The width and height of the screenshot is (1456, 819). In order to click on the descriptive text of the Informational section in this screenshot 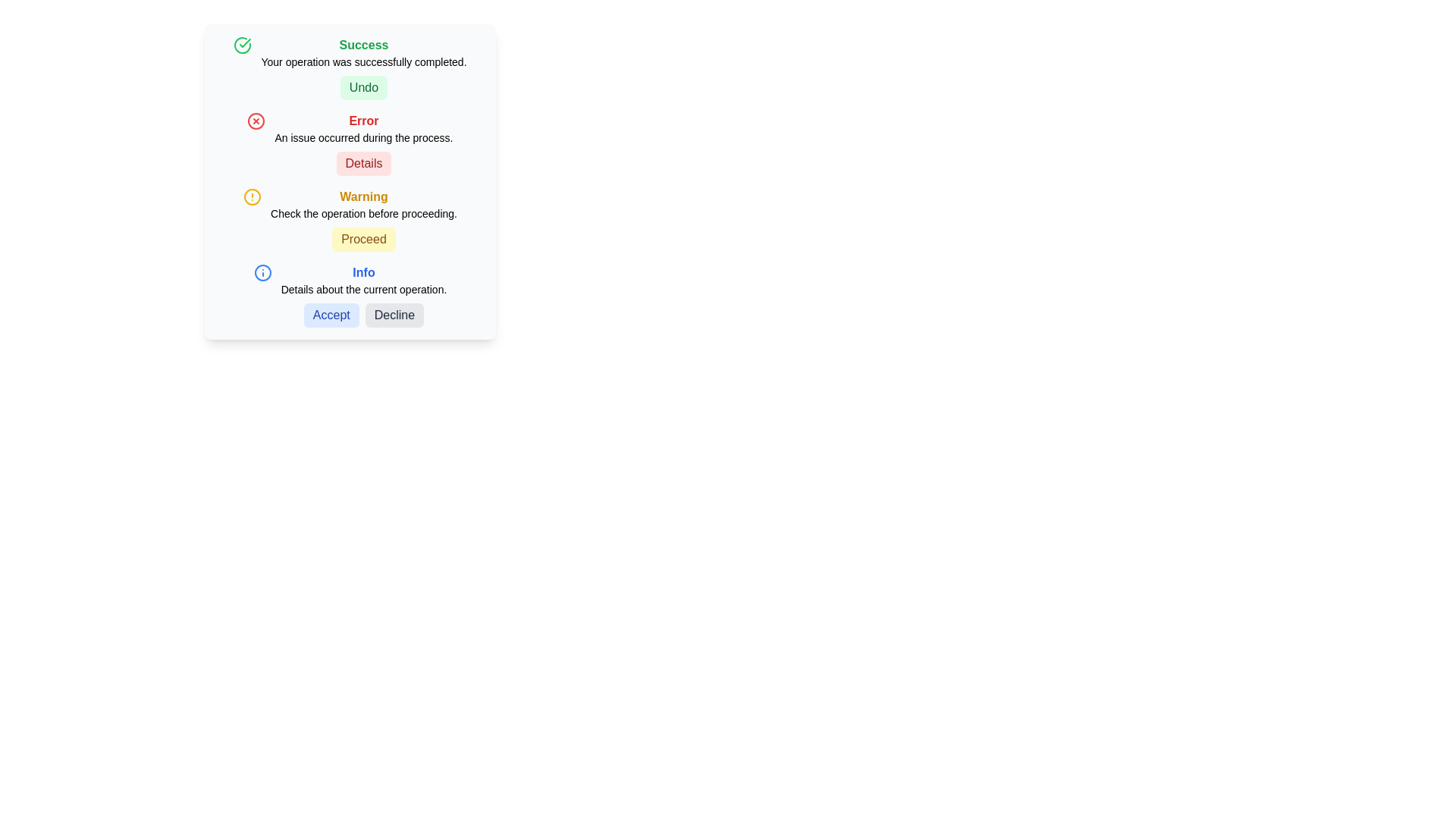, I will do `click(349, 295)`.